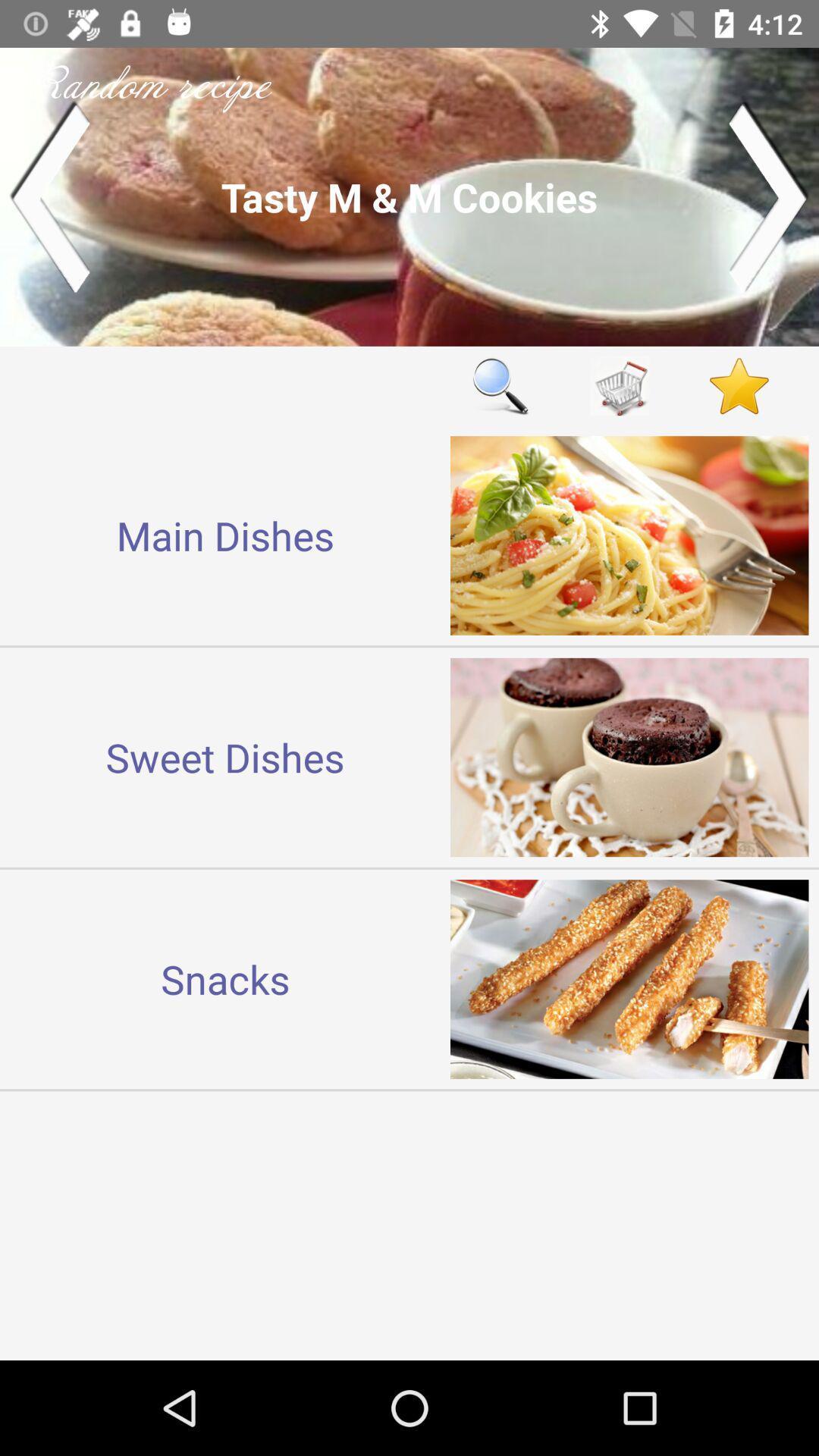 This screenshot has height=1456, width=819. Describe the element at coordinates (500, 386) in the screenshot. I see `the search icon` at that location.